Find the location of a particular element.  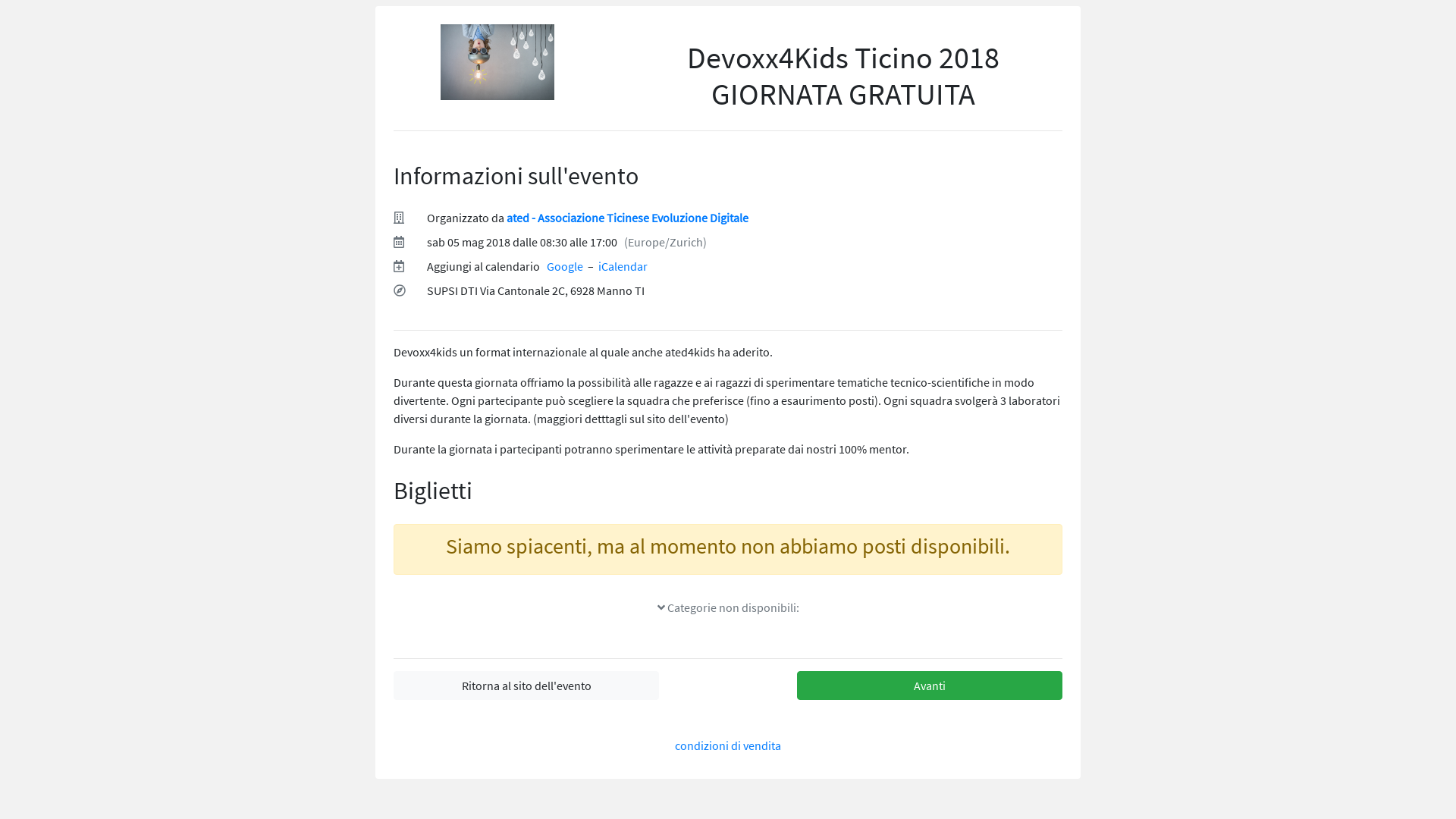

'condizioni di vendita' is located at coordinates (728, 745).